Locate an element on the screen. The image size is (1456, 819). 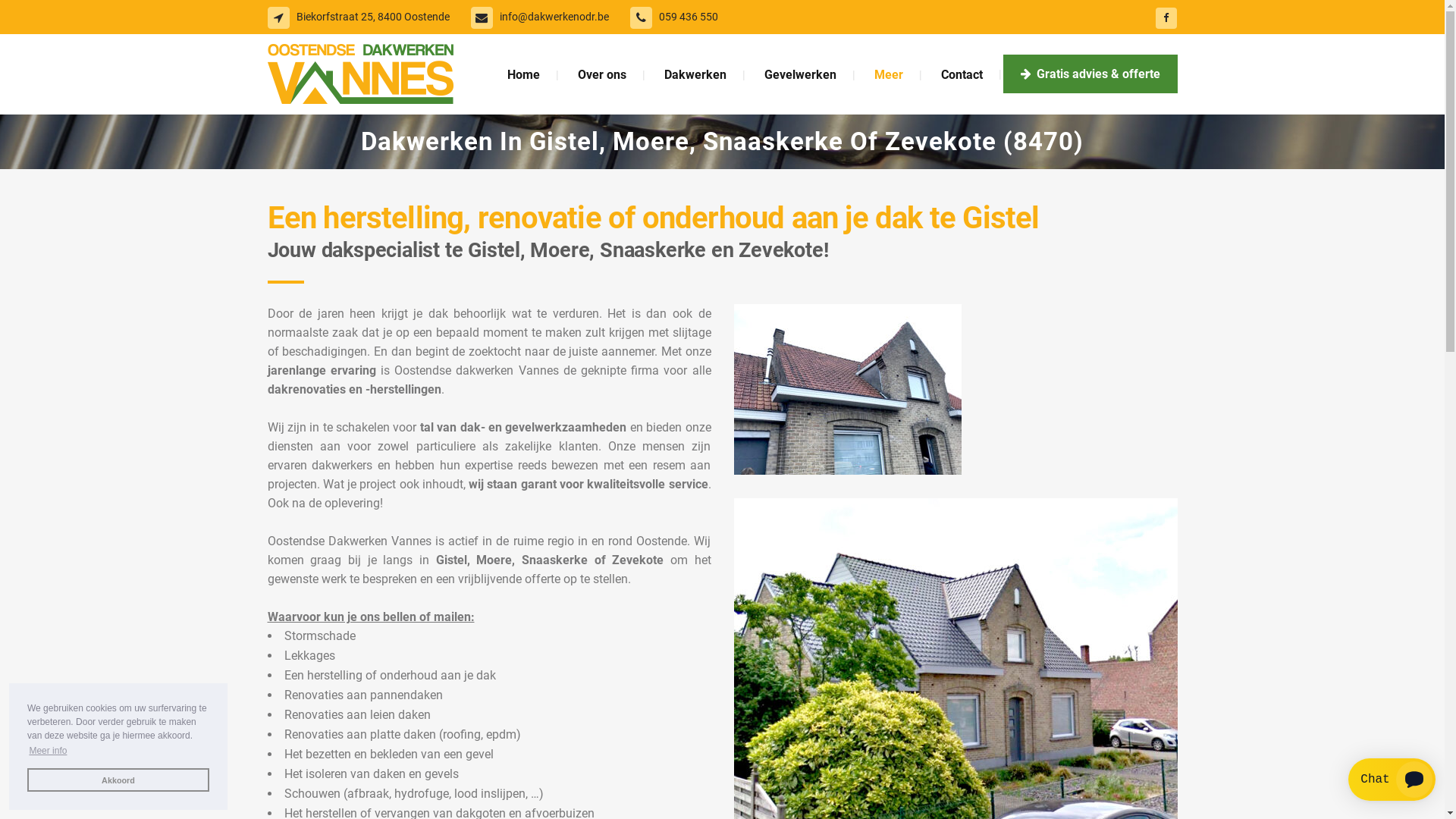
'Over ons' is located at coordinates (600, 74).